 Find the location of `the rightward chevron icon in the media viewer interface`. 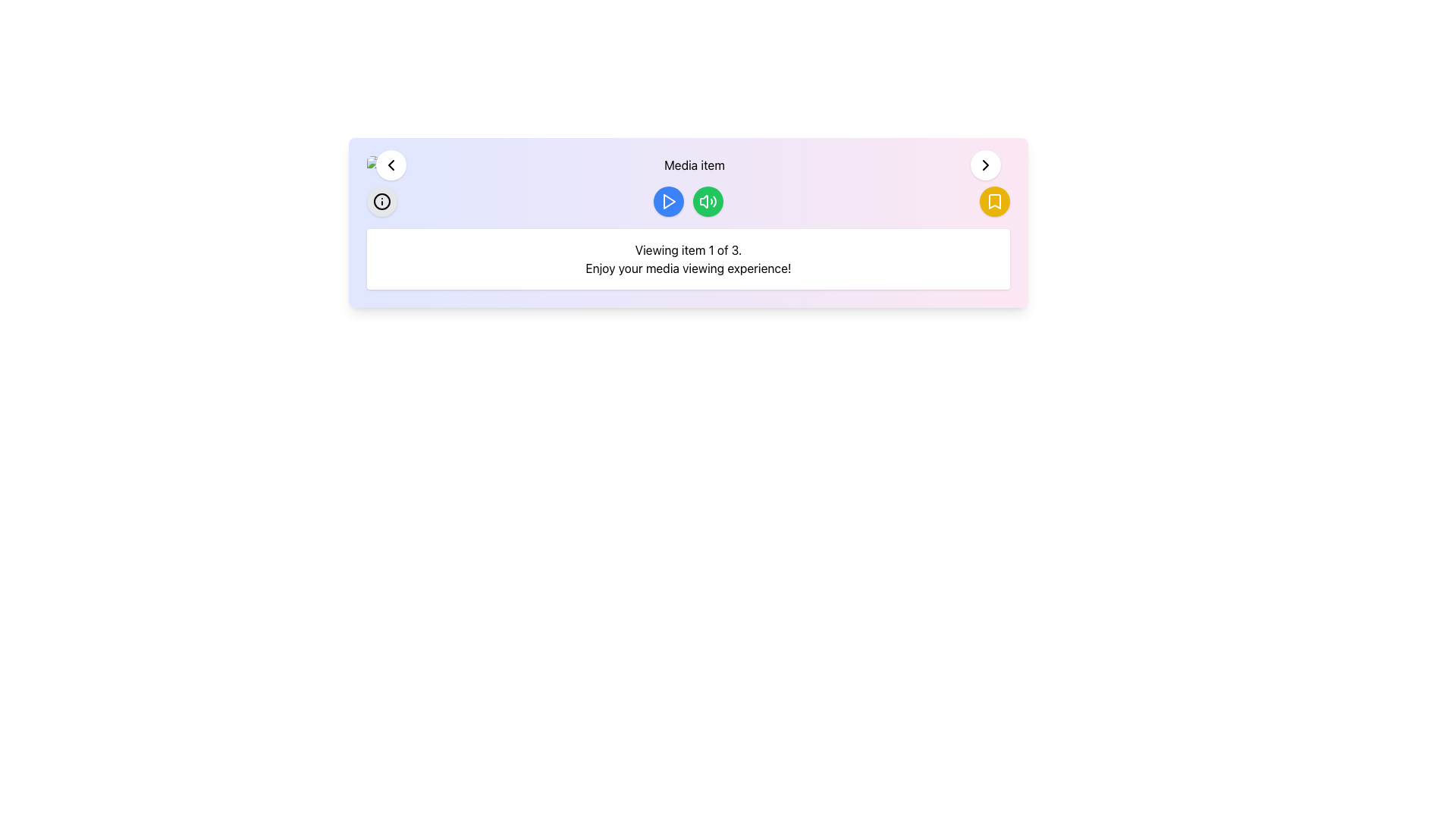

the rightward chevron icon in the media viewer interface is located at coordinates (986, 165).